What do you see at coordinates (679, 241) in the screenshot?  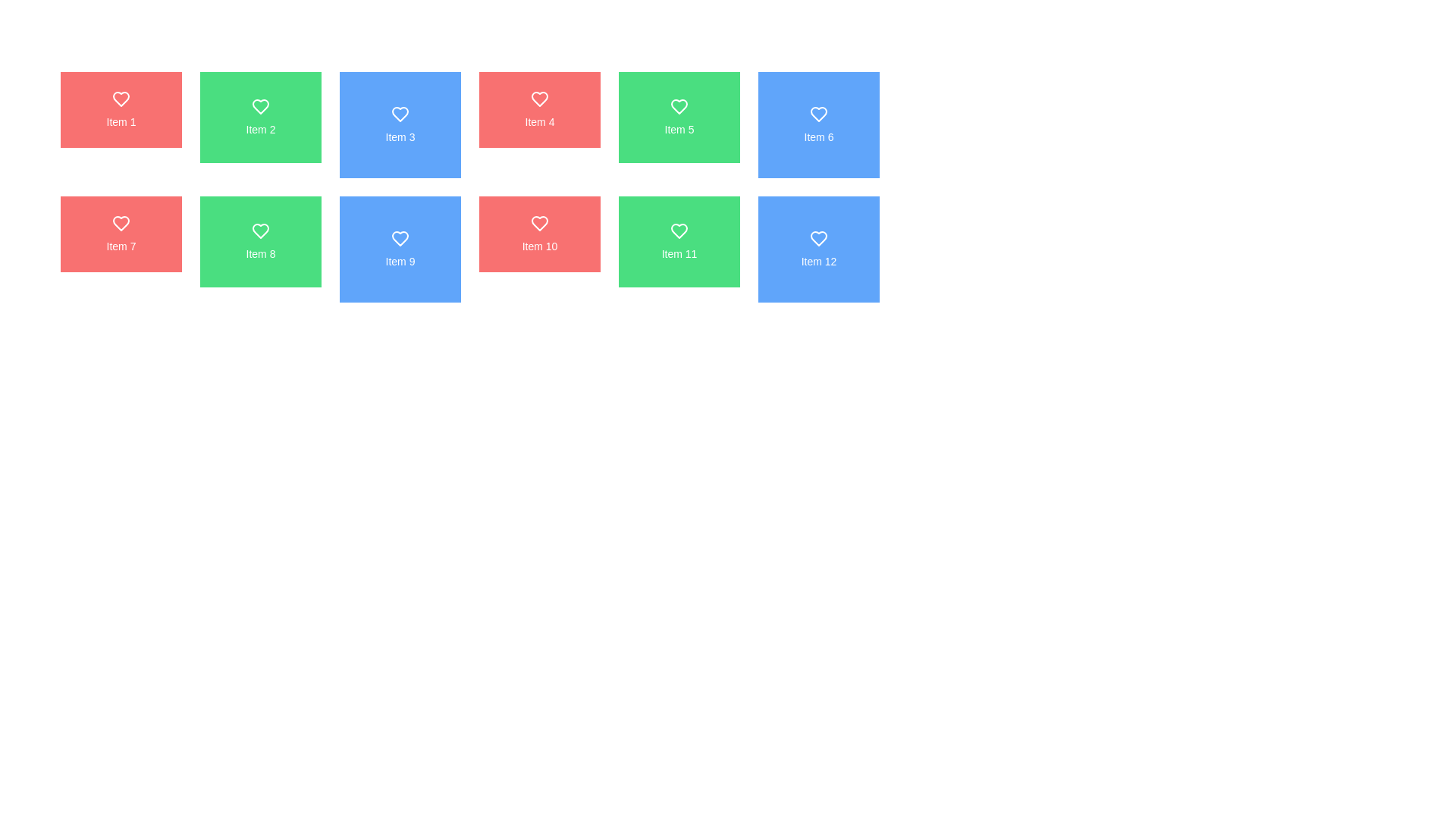 I see `the green rectangular box containing the white heart icon and the text 'Item 11'` at bounding box center [679, 241].